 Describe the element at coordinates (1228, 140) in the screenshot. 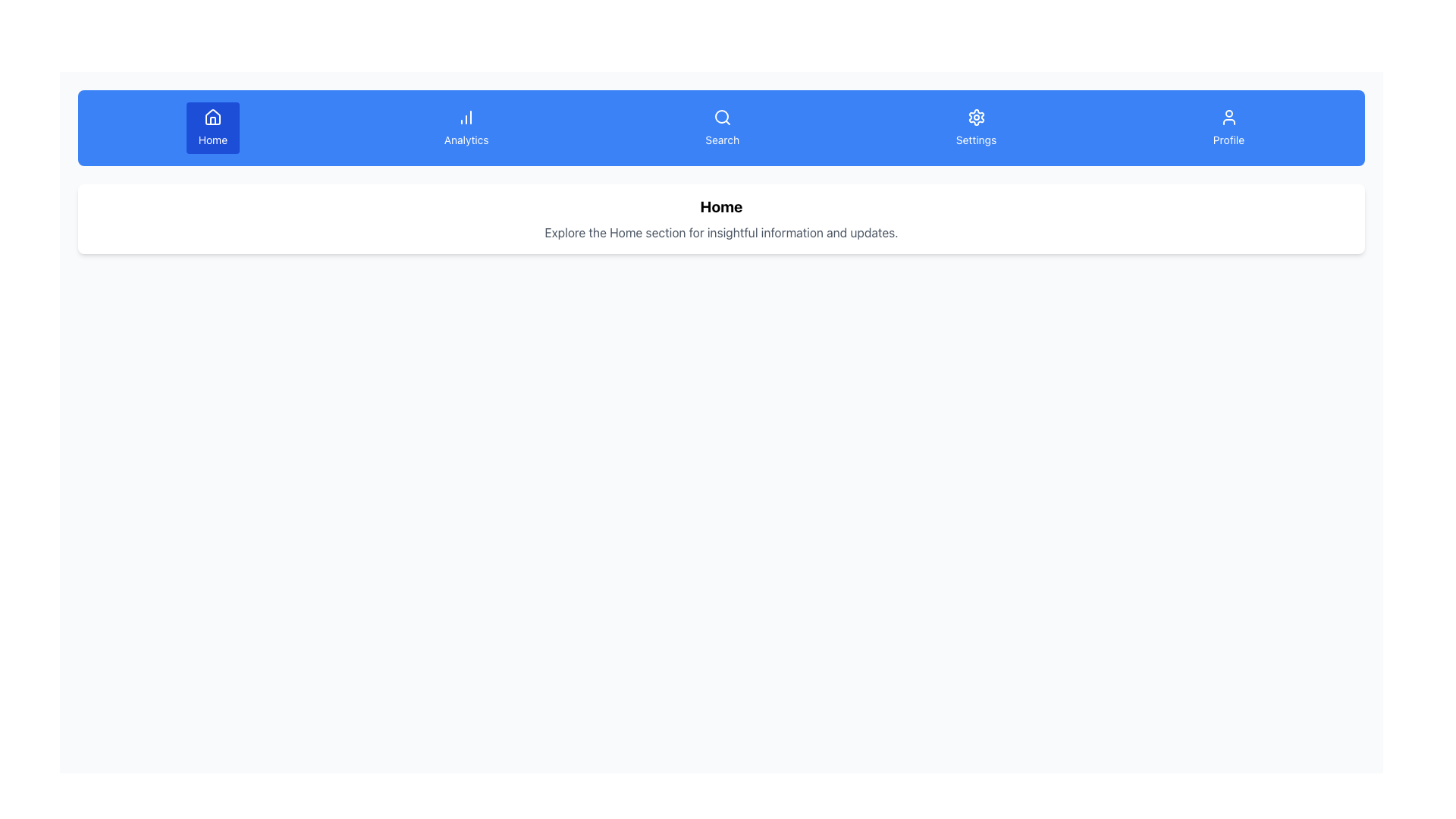

I see `the text label displaying 'Profile' located at the far right of the navigation bar, which is below the user profile icon` at that location.